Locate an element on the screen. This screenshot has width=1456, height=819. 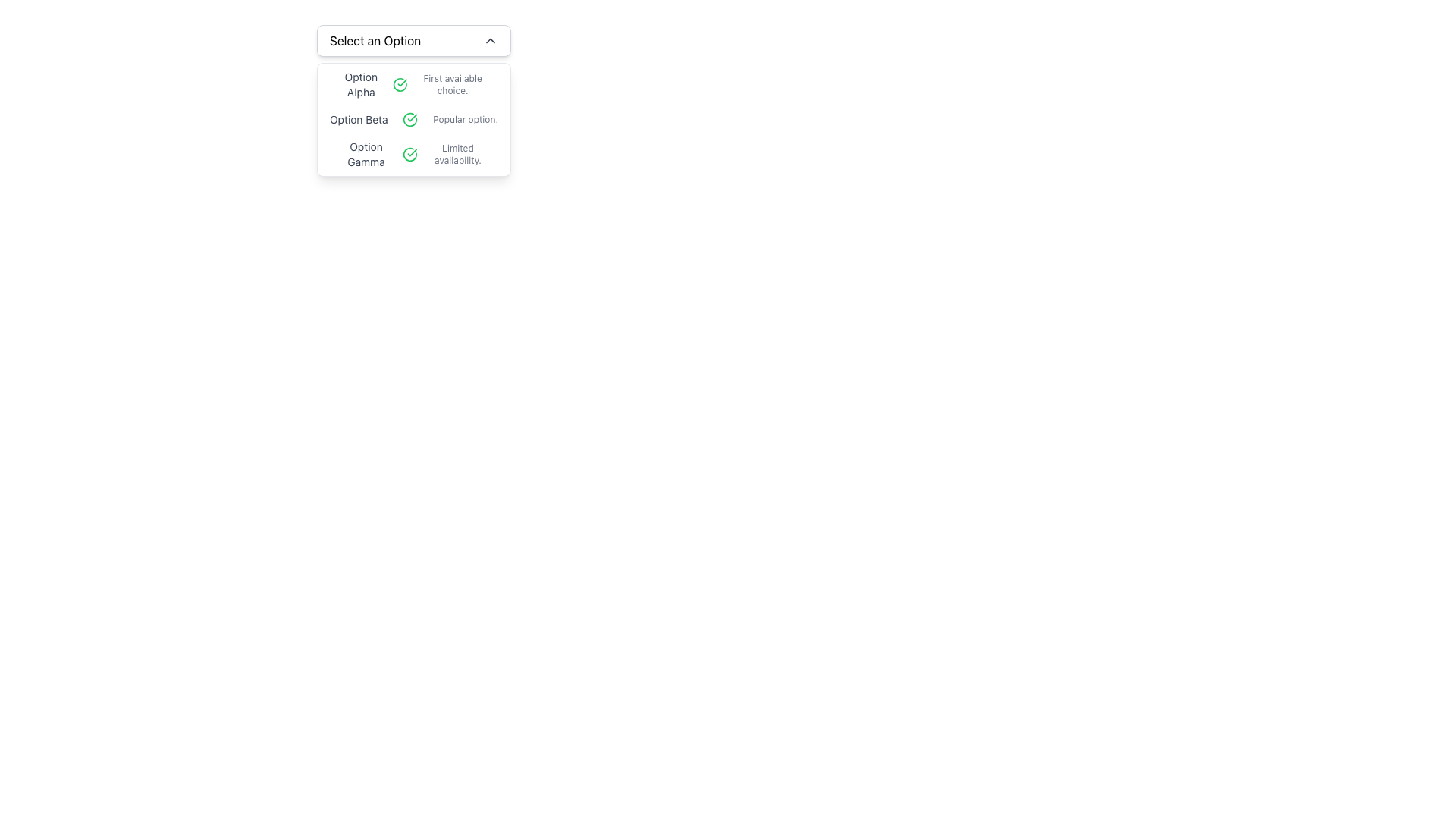
the middle option 'Option Beta' in the dropdown menu is located at coordinates (414, 119).